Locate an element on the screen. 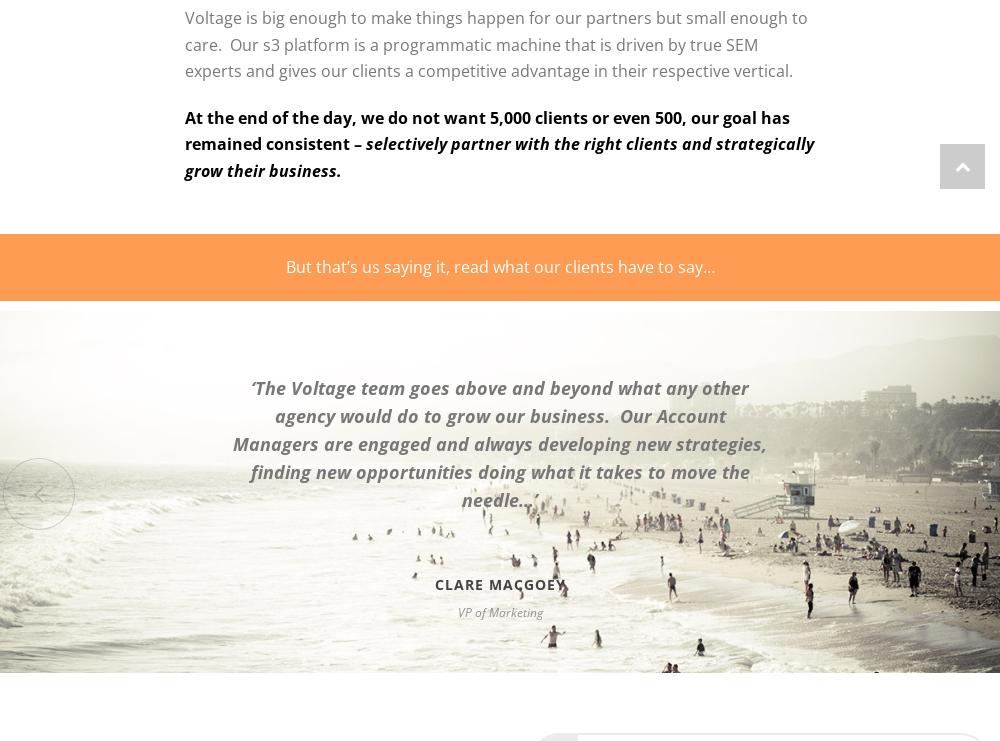 This screenshot has height=741, width=1000. 'Voltage is big enough to make things happen for our partners but small enough to care.' is located at coordinates (495, 30).